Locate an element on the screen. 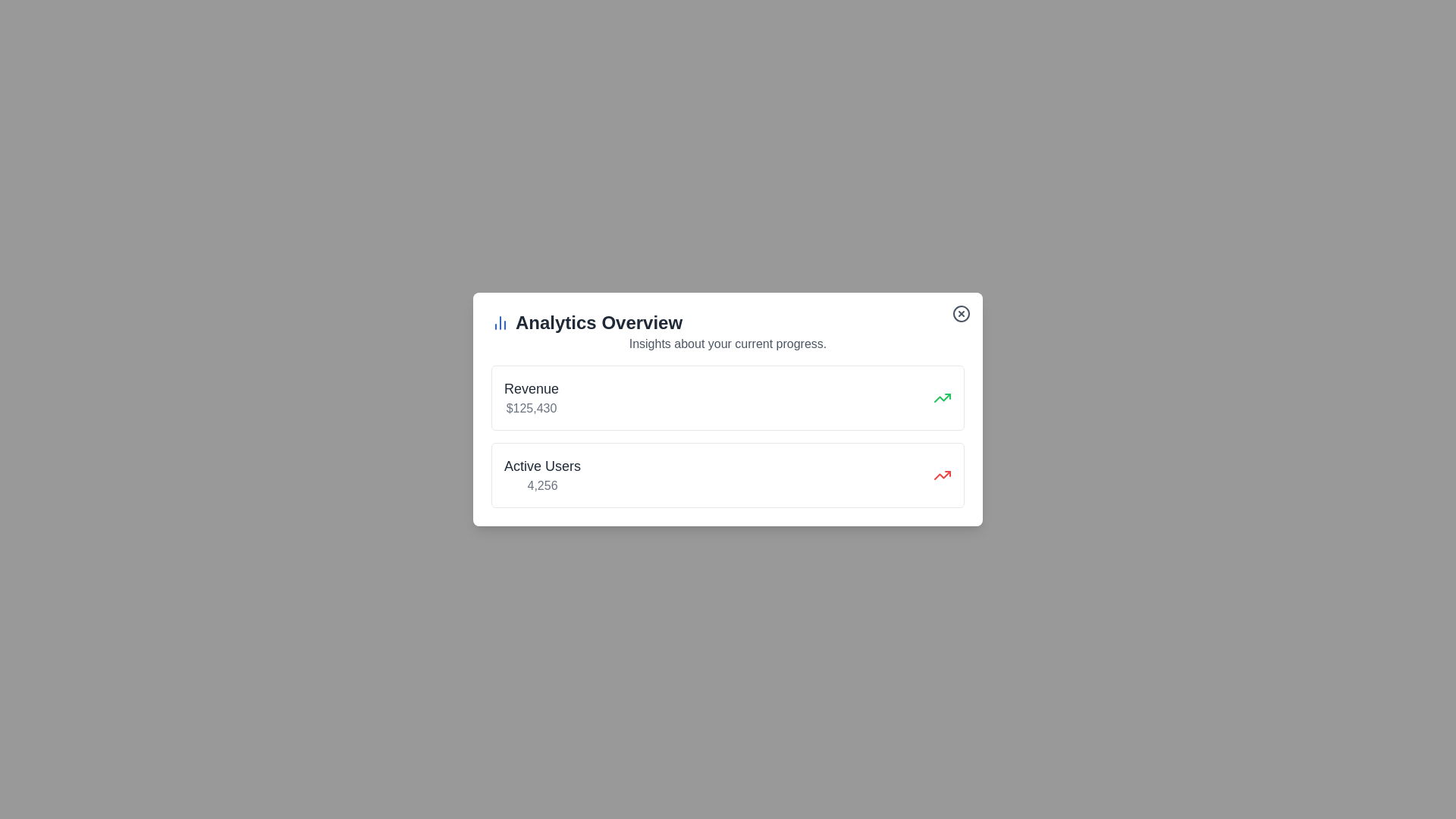 The image size is (1456, 819). the 'Active Users' text label, which is styled in bold and larger font, located in the second block of the 'Analytics Overview' card is located at coordinates (542, 465).